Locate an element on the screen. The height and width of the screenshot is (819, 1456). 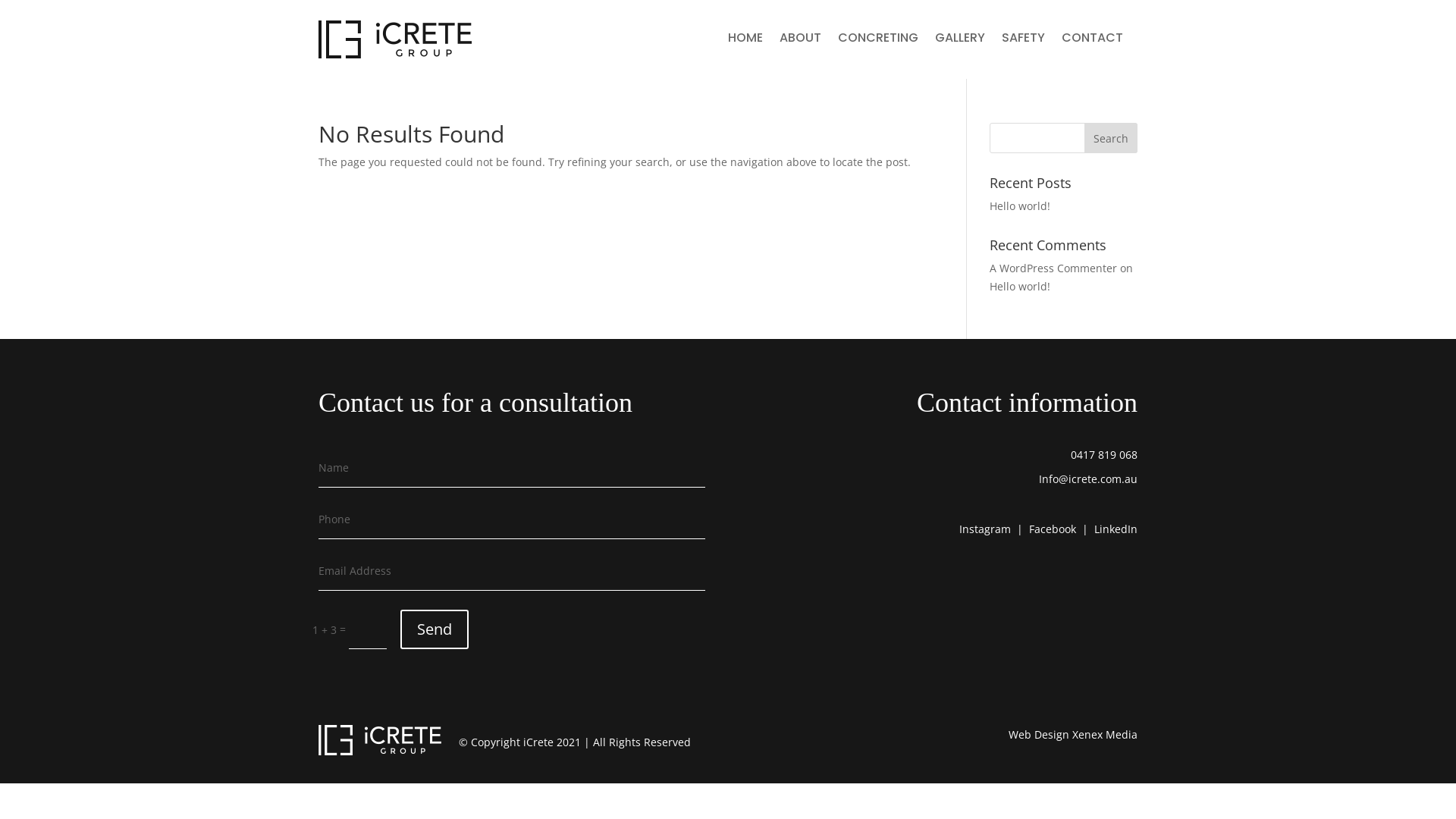
'CONCRETING' is located at coordinates (877, 40).